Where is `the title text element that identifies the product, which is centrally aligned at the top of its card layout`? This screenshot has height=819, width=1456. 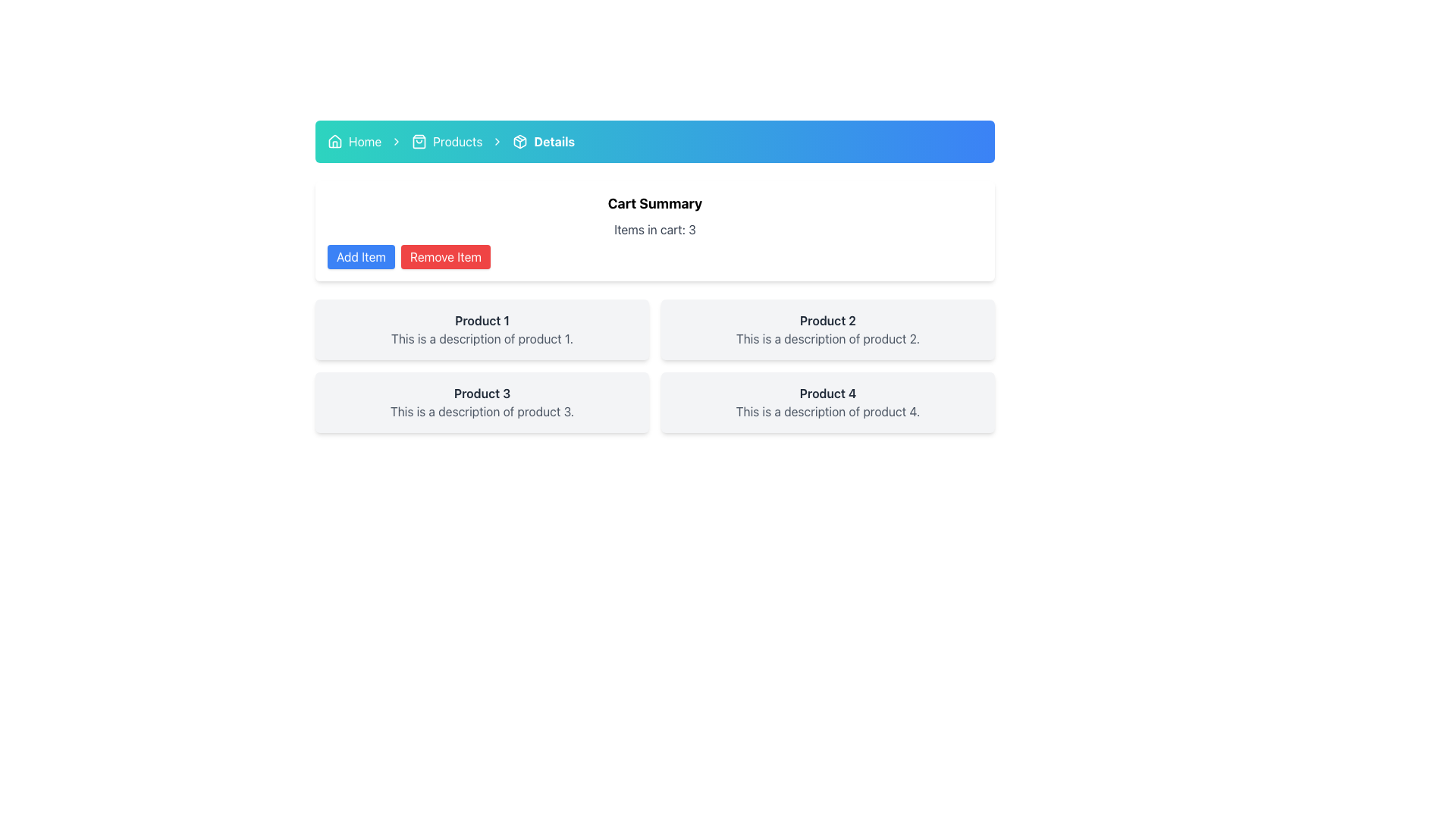 the title text element that identifies the product, which is centrally aligned at the top of its card layout is located at coordinates (827, 320).